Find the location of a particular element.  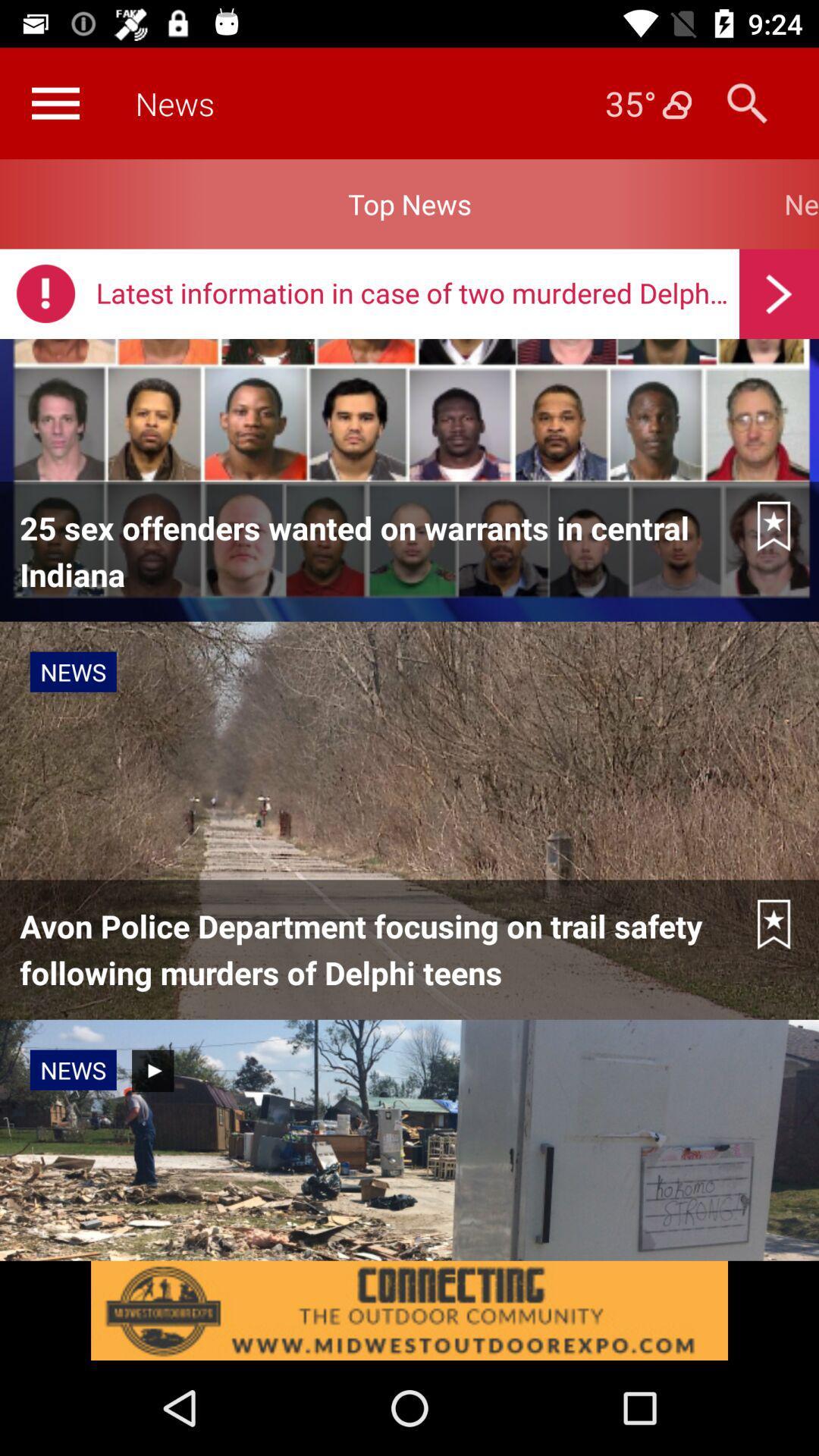

advertisement banner is located at coordinates (409, 1310).